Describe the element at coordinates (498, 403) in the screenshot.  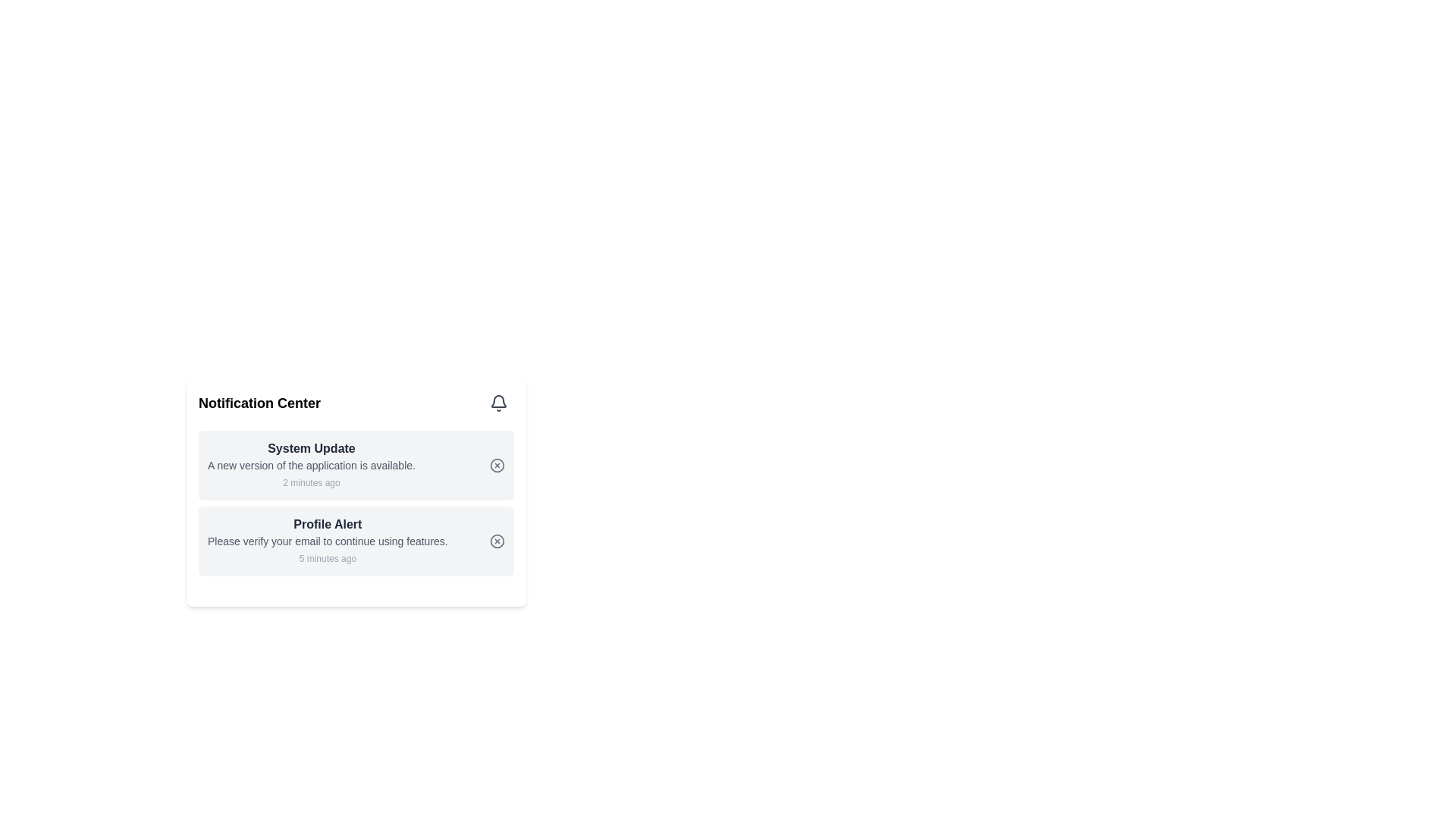
I see `the bell-shaped icon button in the top-right corner of the notification center` at that location.